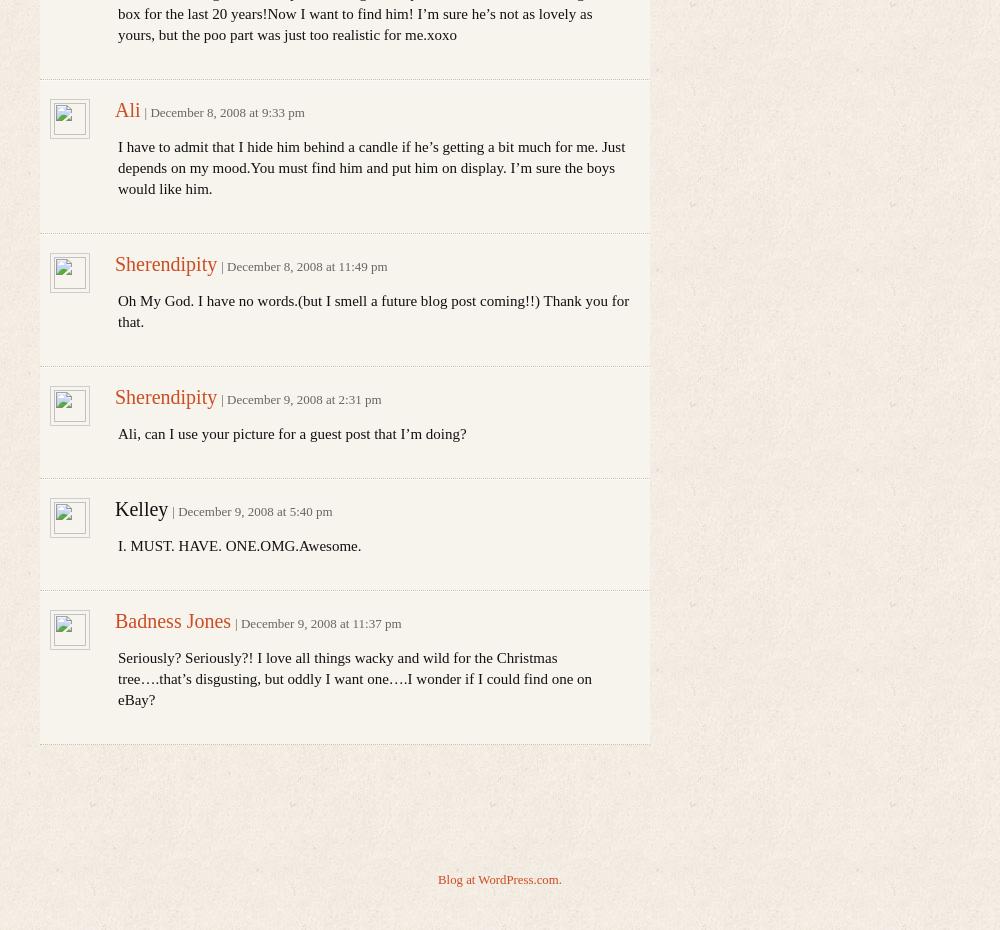 This screenshot has width=1000, height=930. I want to click on 'I have to admit that I hide him behind a candle if he’s getting a bit much for me. Just depends on my mood.You must find him and put him on display. I’m sure the boys would like him.', so click(370, 166).